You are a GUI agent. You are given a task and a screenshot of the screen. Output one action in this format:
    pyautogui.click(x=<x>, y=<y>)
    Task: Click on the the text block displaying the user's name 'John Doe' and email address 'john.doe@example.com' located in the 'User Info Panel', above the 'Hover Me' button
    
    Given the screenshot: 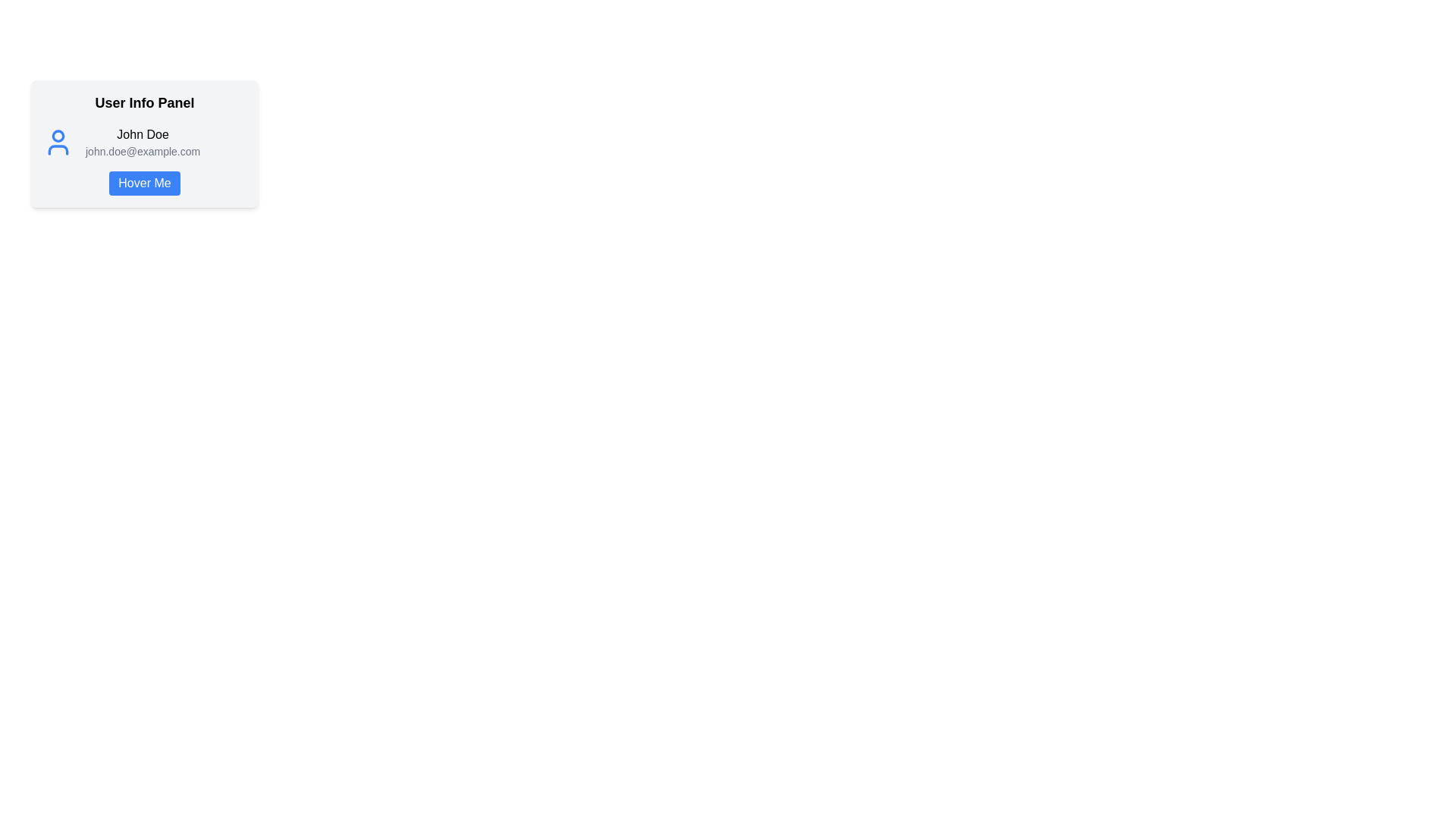 What is the action you would take?
    pyautogui.click(x=143, y=143)
    